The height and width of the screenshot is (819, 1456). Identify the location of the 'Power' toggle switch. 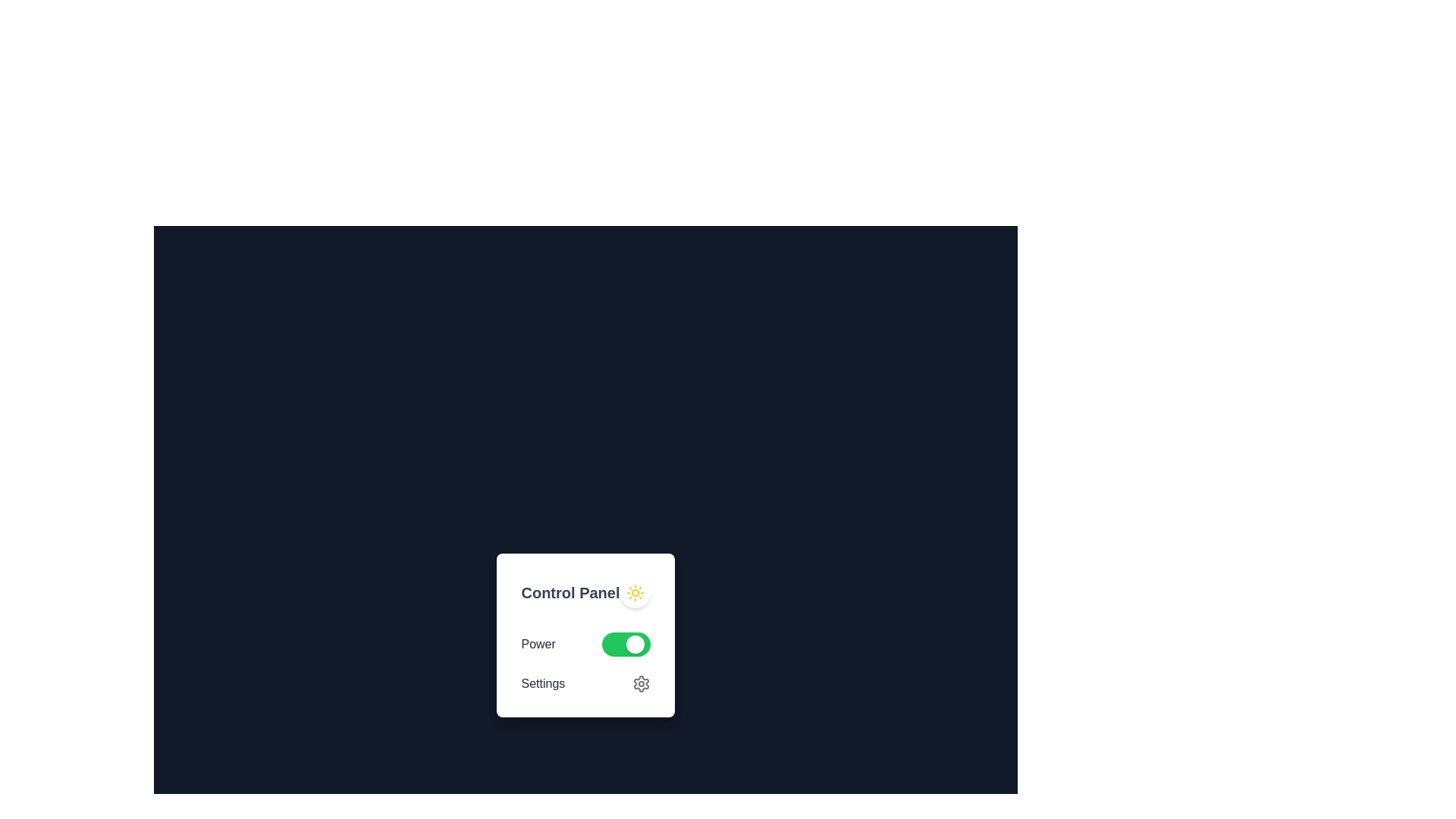
(585, 644).